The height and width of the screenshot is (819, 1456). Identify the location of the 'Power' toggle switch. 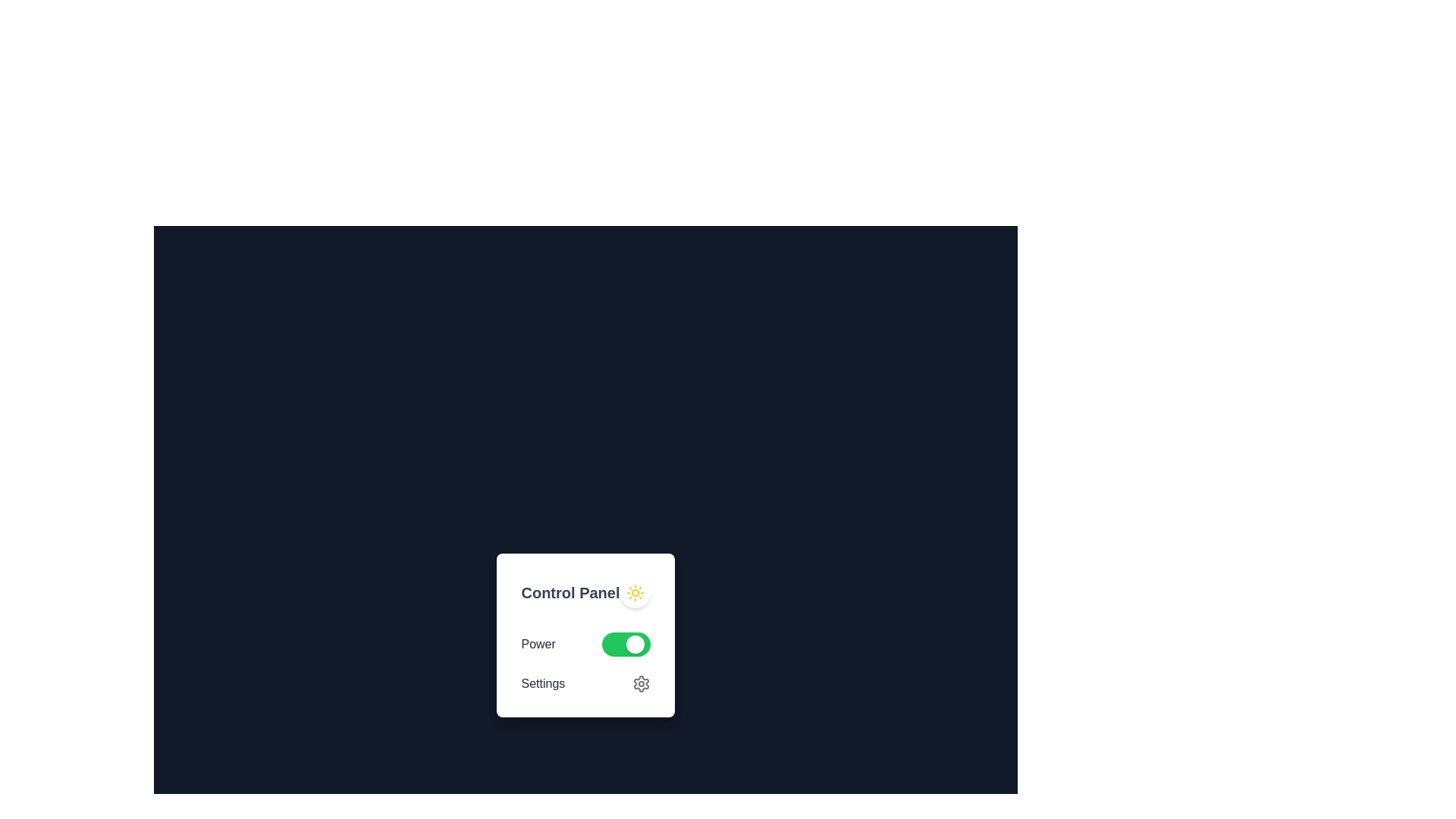
(585, 644).